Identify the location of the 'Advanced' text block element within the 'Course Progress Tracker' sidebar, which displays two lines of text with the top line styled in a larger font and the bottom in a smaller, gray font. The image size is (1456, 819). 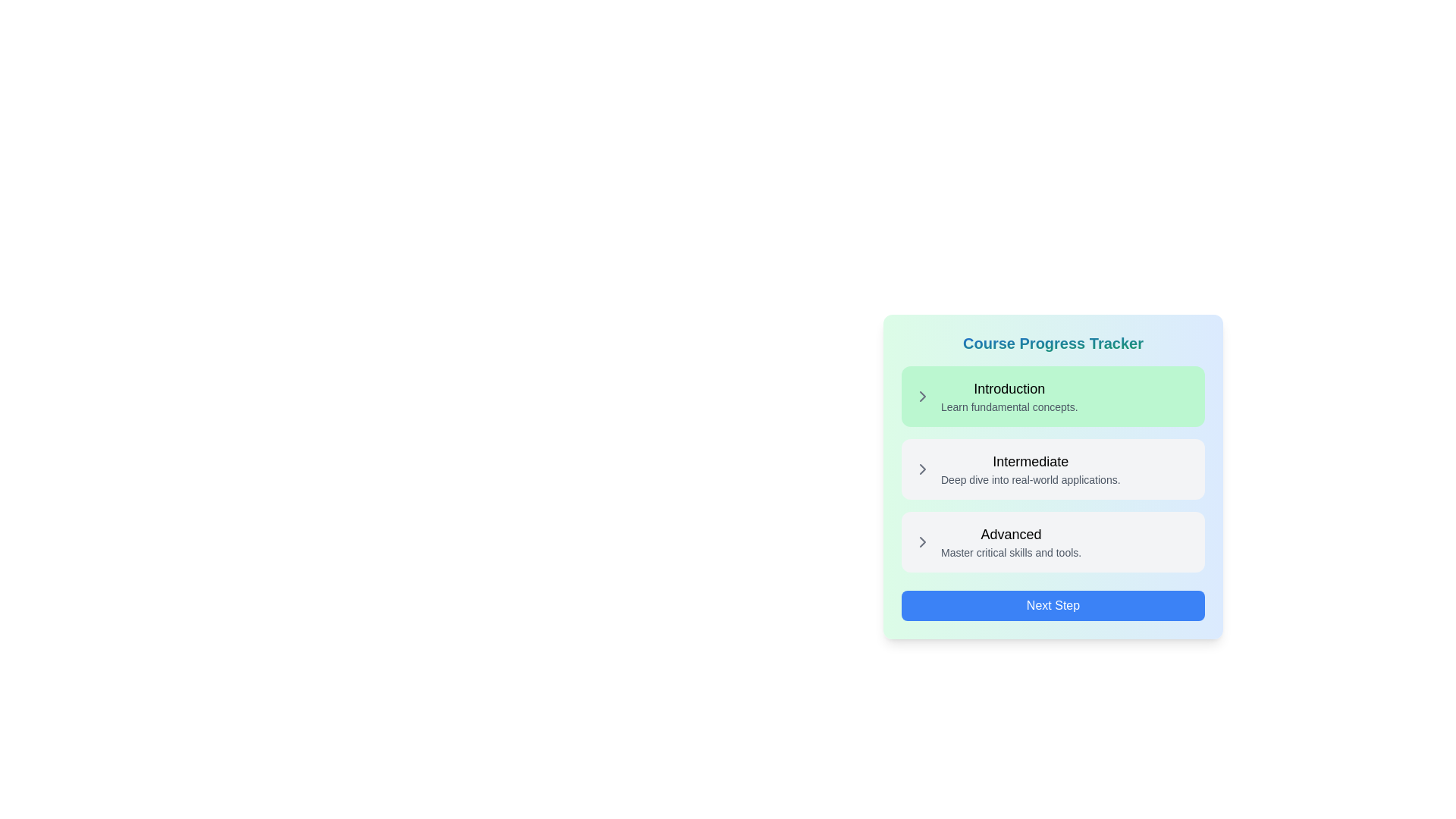
(1011, 541).